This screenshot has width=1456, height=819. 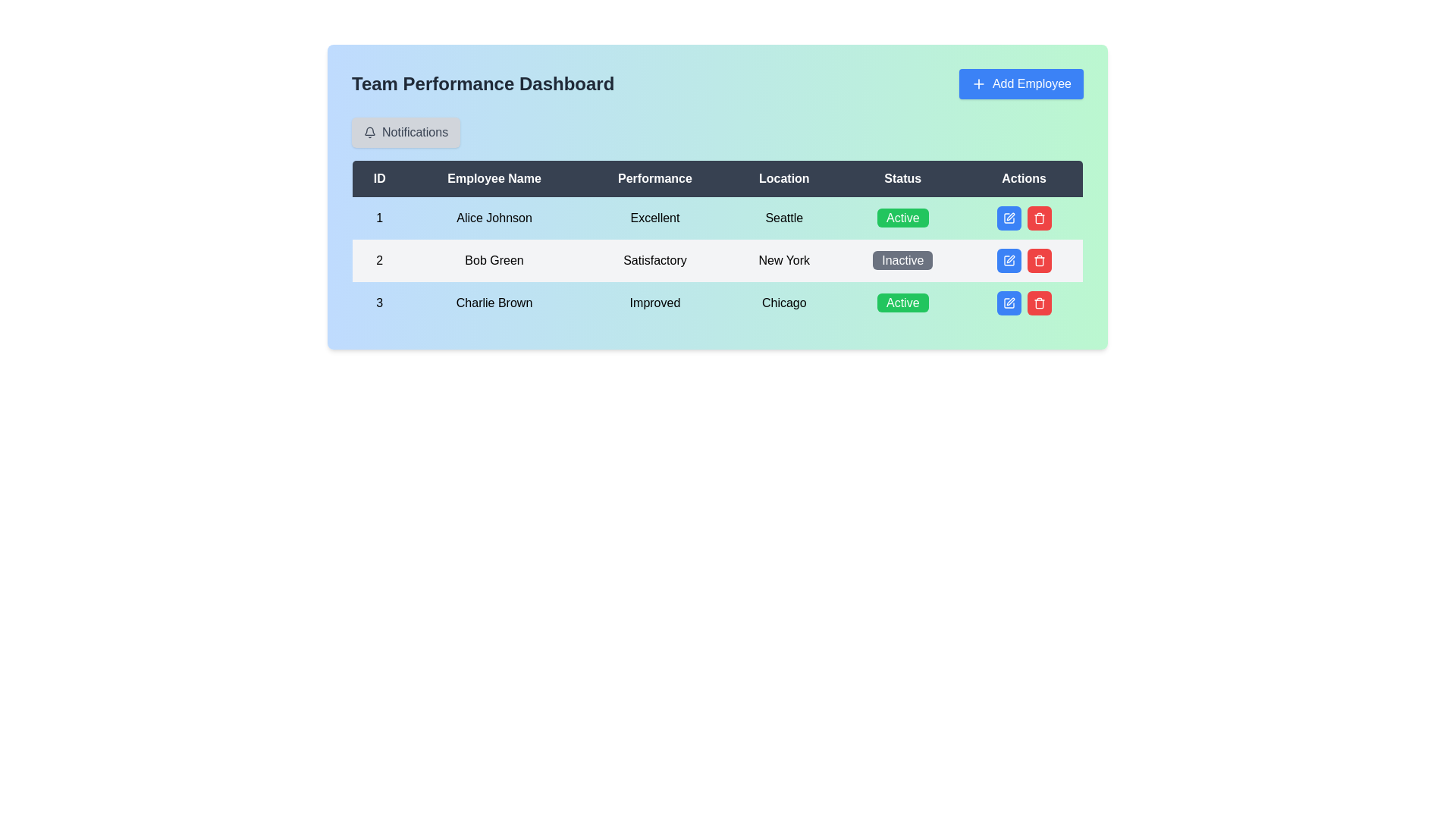 What do you see at coordinates (1038, 218) in the screenshot?
I see `the red square button with a trash bin symbol located in the 'Actions' column of the second row of the table` at bounding box center [1038, 218].